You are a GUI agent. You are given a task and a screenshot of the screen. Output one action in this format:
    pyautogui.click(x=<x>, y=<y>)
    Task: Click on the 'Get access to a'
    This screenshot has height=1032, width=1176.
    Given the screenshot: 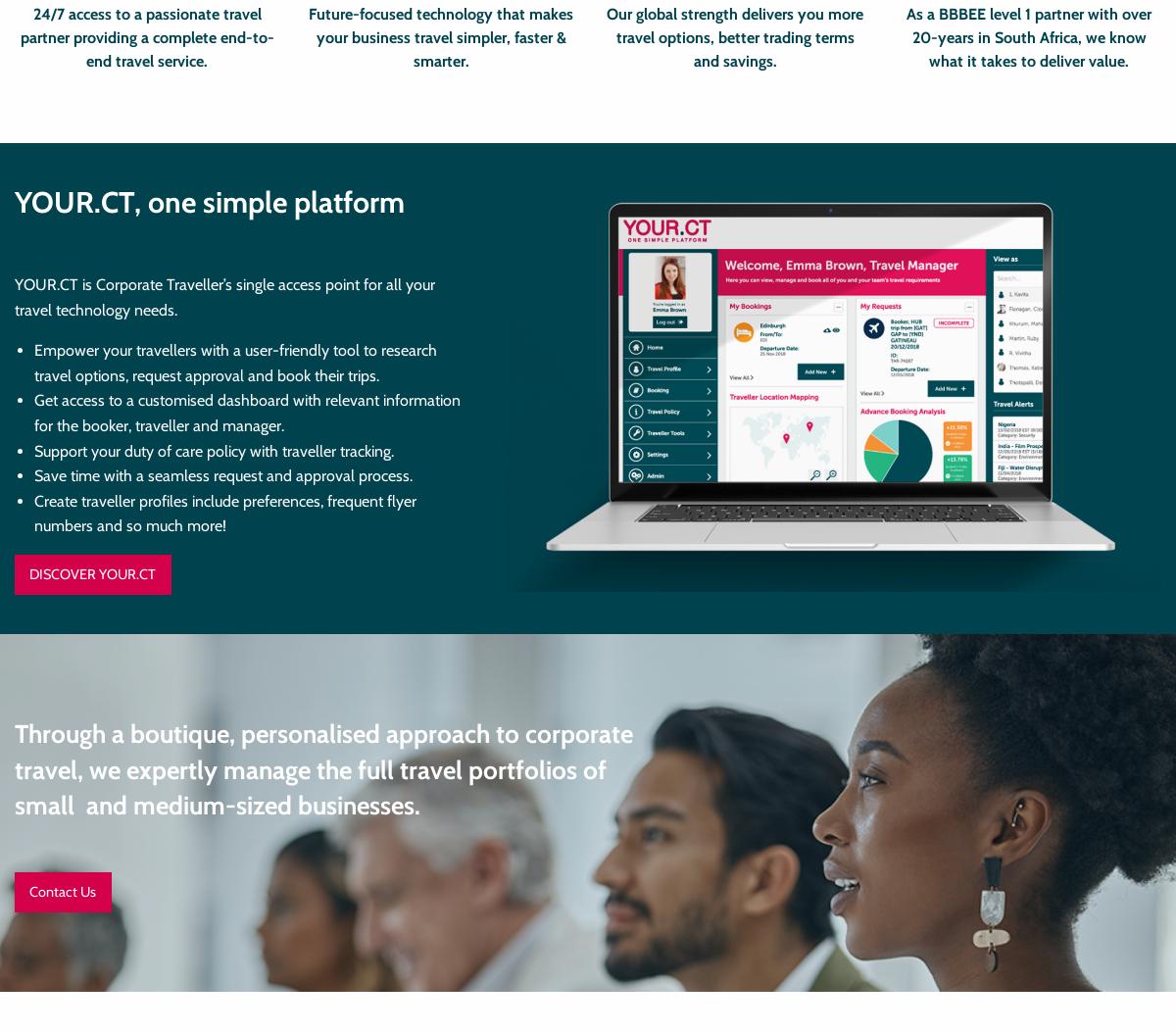 What is the action you would take?
    pyautogui.click(x=34, y=400)
    